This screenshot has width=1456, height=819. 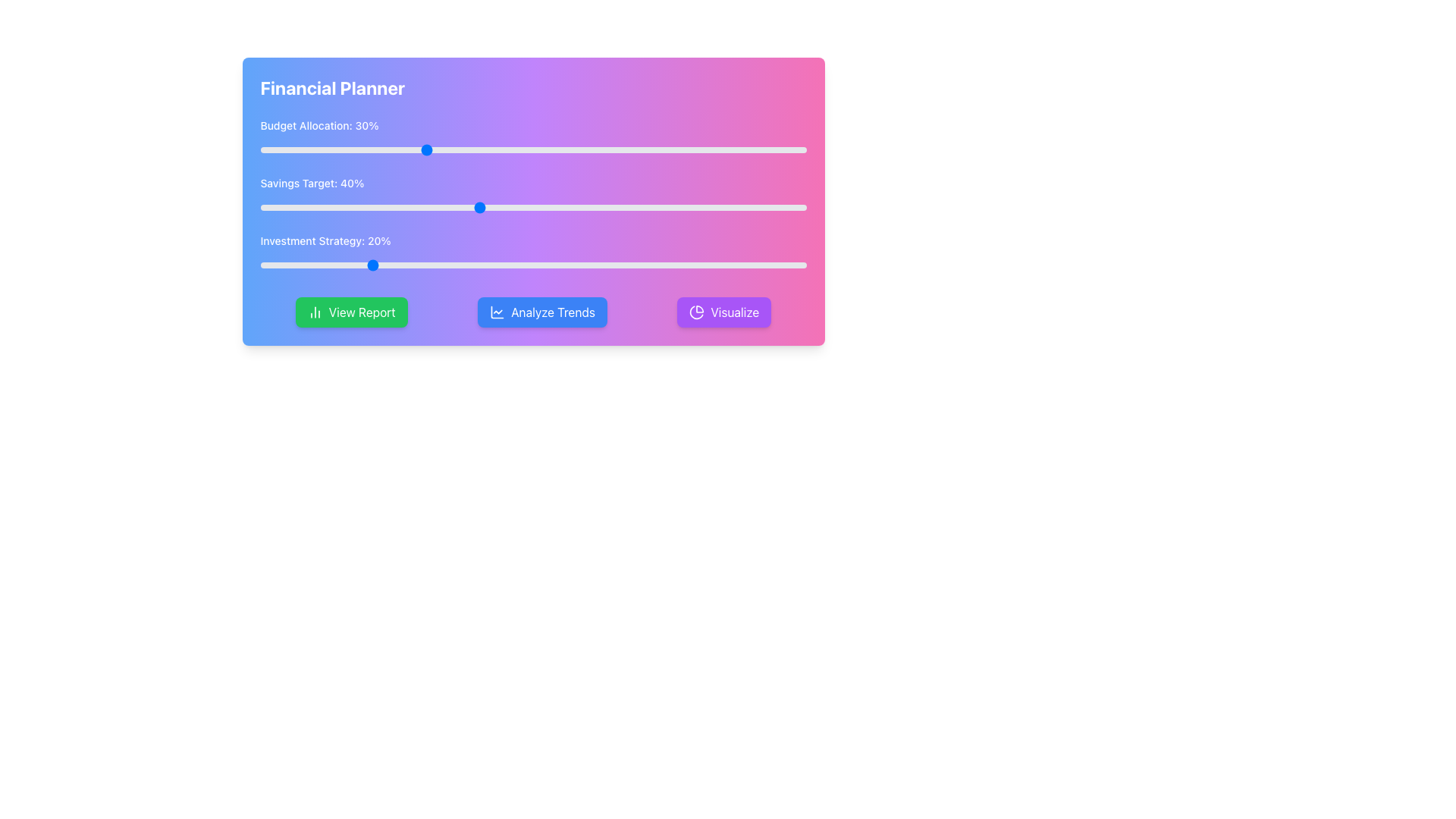 I want to click on the savings target, so click(x=369, y=207).